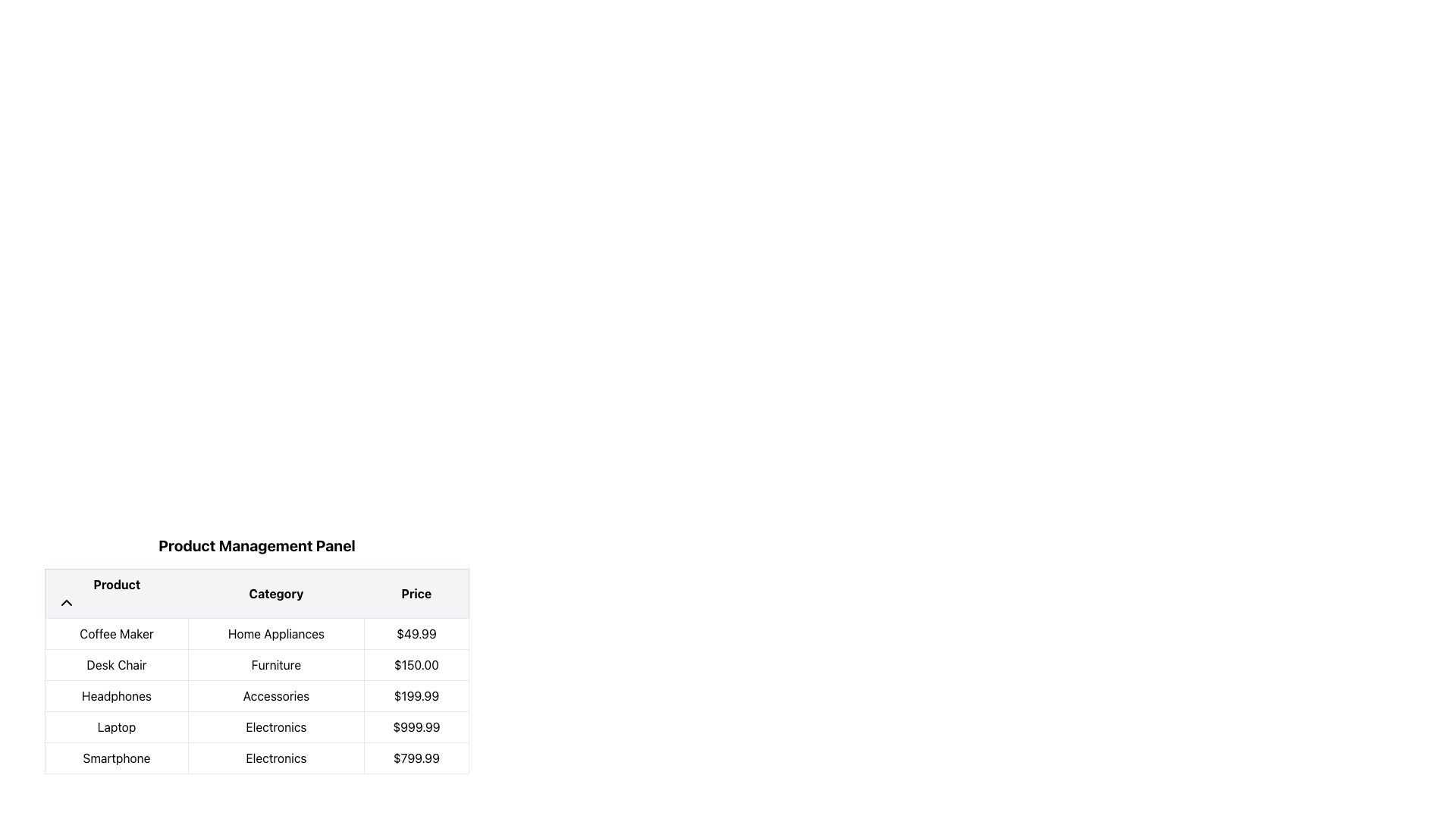  I want to click on a row in the data table UI component located in the Product Management Panel to perform further actions such as editing or viewing details, so click(257, 670).